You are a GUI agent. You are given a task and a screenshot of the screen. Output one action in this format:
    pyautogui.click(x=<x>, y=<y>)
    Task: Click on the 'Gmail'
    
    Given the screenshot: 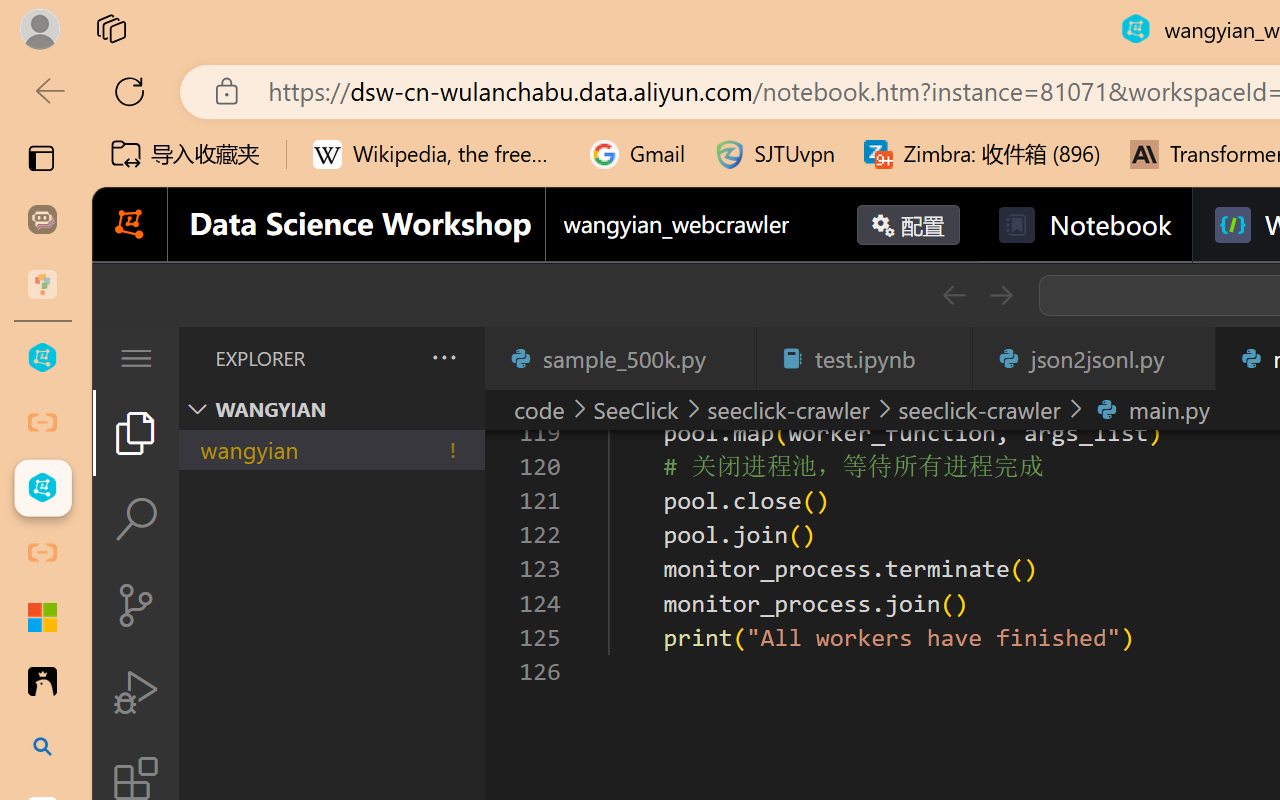 What is the action you would take?
    pyautogui.click(x=637, y=154)
    